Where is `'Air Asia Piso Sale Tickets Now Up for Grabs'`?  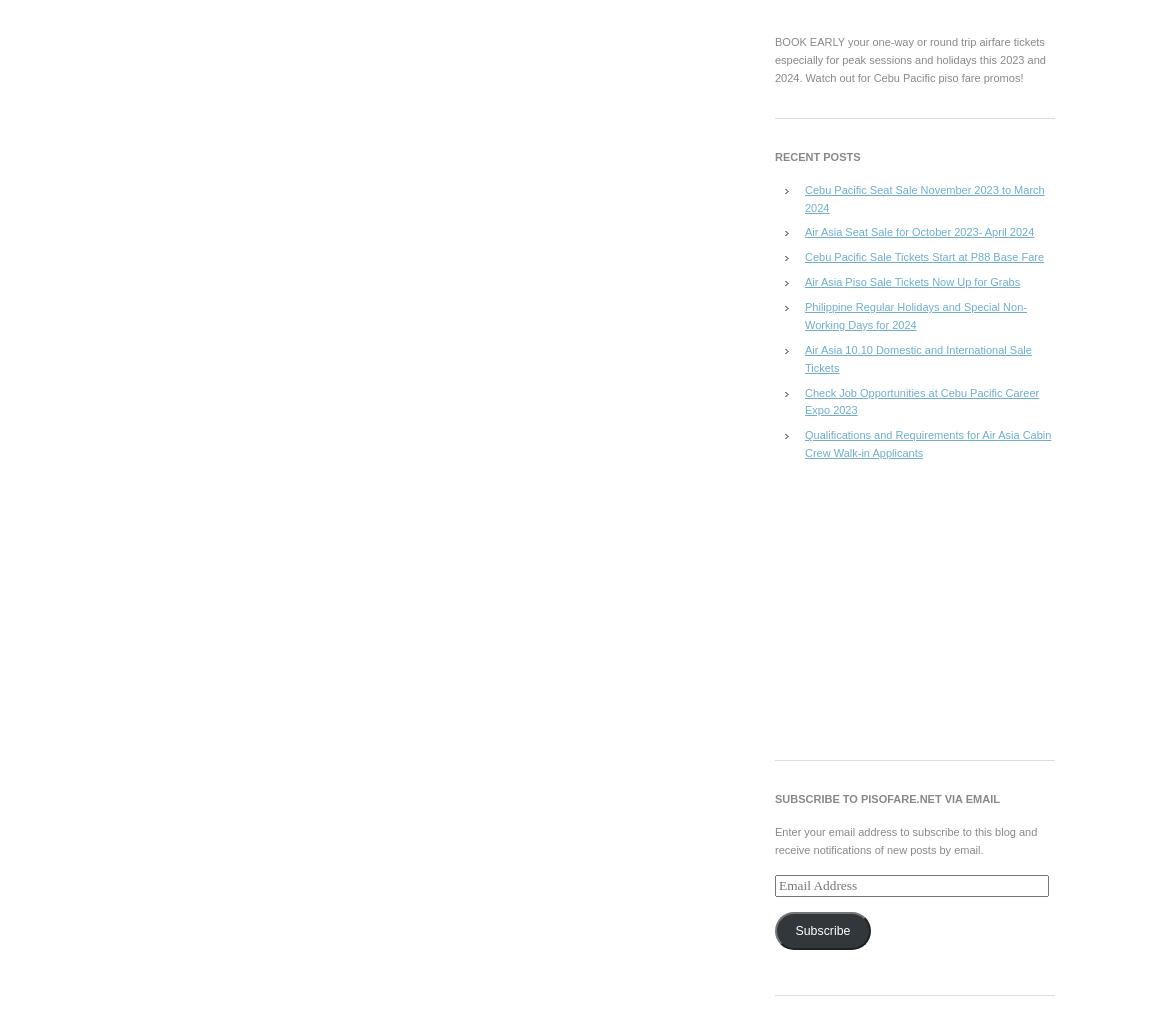 'Air Asia Piso Sale Tickets Now Up for Grabs' is located at coordinates (912, 281).